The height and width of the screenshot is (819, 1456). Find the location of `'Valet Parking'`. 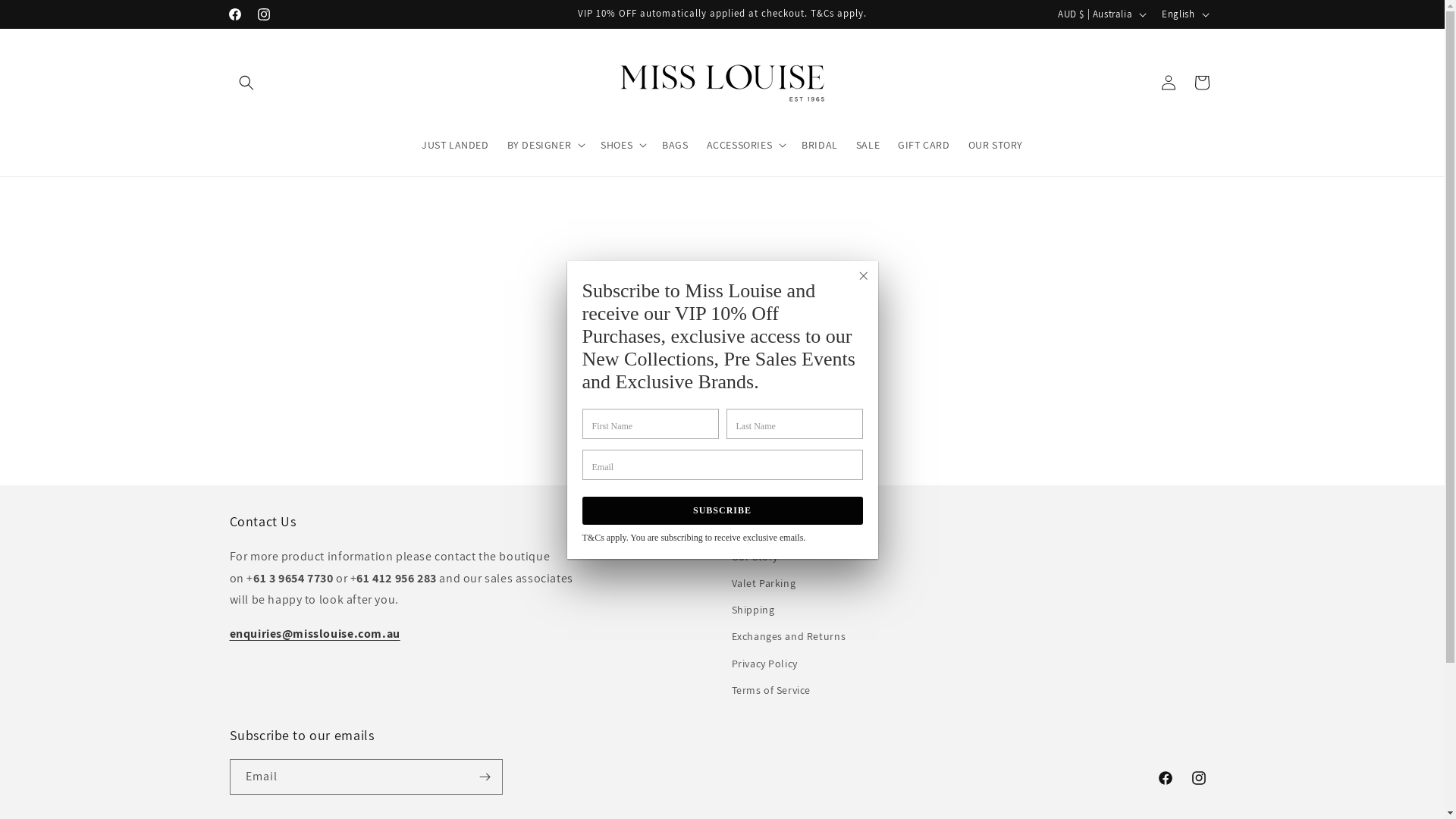

'Valet Parking' is located at coordinates (763, 582).